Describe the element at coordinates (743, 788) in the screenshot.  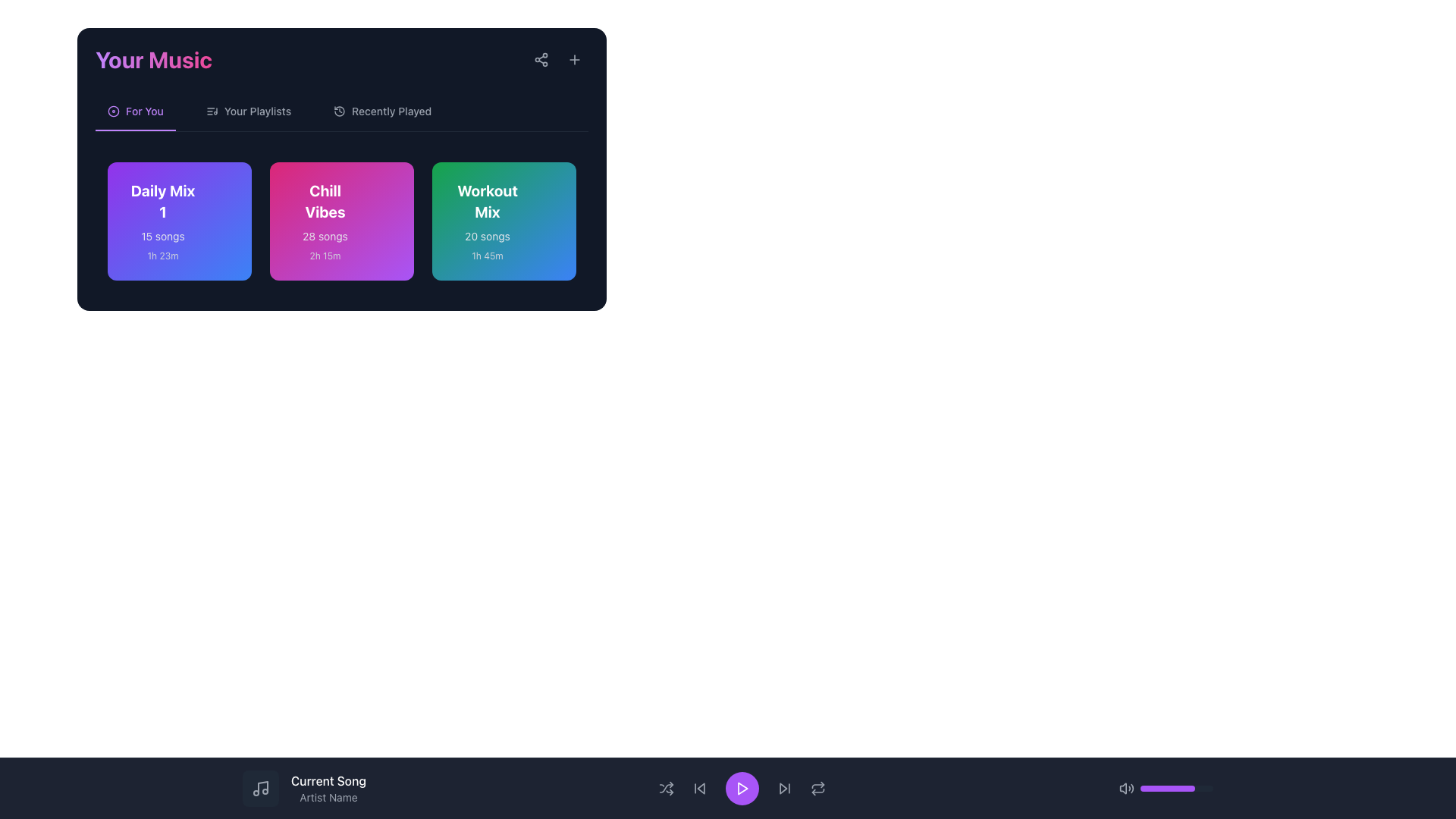
I see `the play icon located at the center of the circular play button within the playback control bar for keyboard or accessibility interactions` at that location.